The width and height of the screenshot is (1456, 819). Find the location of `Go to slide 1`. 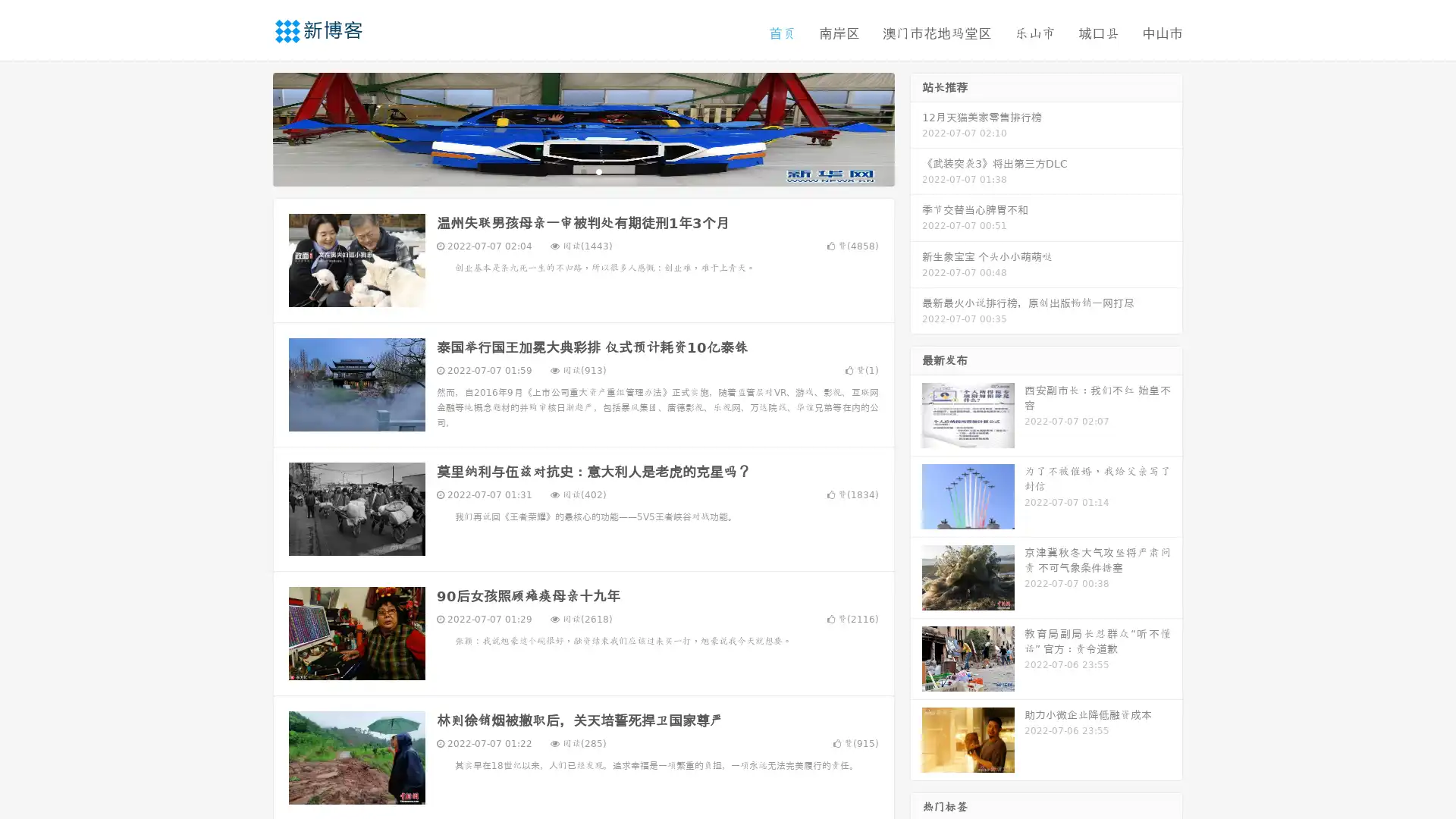

Go to slide 1 is located at coordinates (567, 171).